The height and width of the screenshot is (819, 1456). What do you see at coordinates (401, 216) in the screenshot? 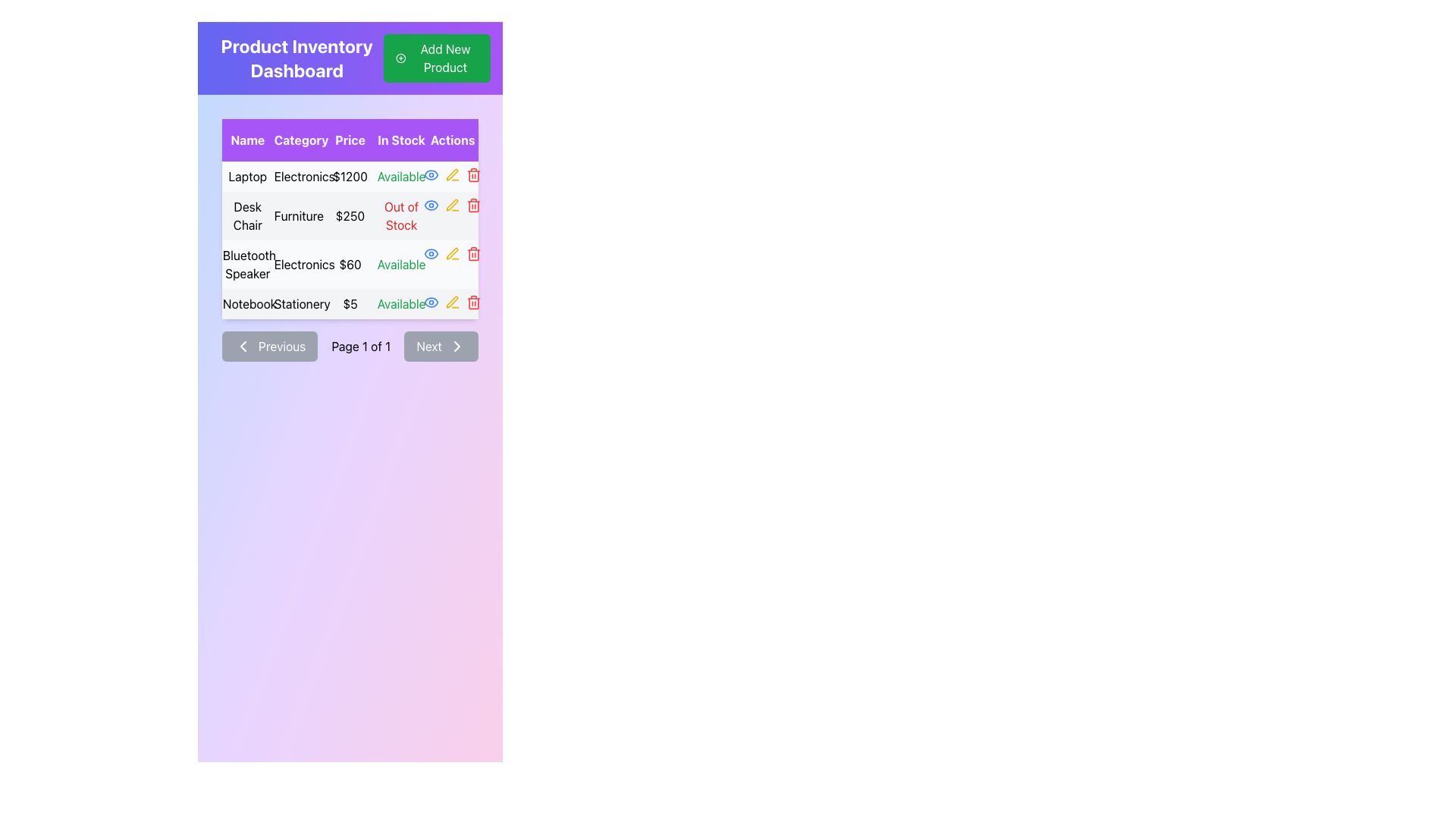
I see `the bold red 'Out of Stock' label located in the 'In Stock' column of the second row for the 'Desk Chair' entry` at bounding box center [401, 216].